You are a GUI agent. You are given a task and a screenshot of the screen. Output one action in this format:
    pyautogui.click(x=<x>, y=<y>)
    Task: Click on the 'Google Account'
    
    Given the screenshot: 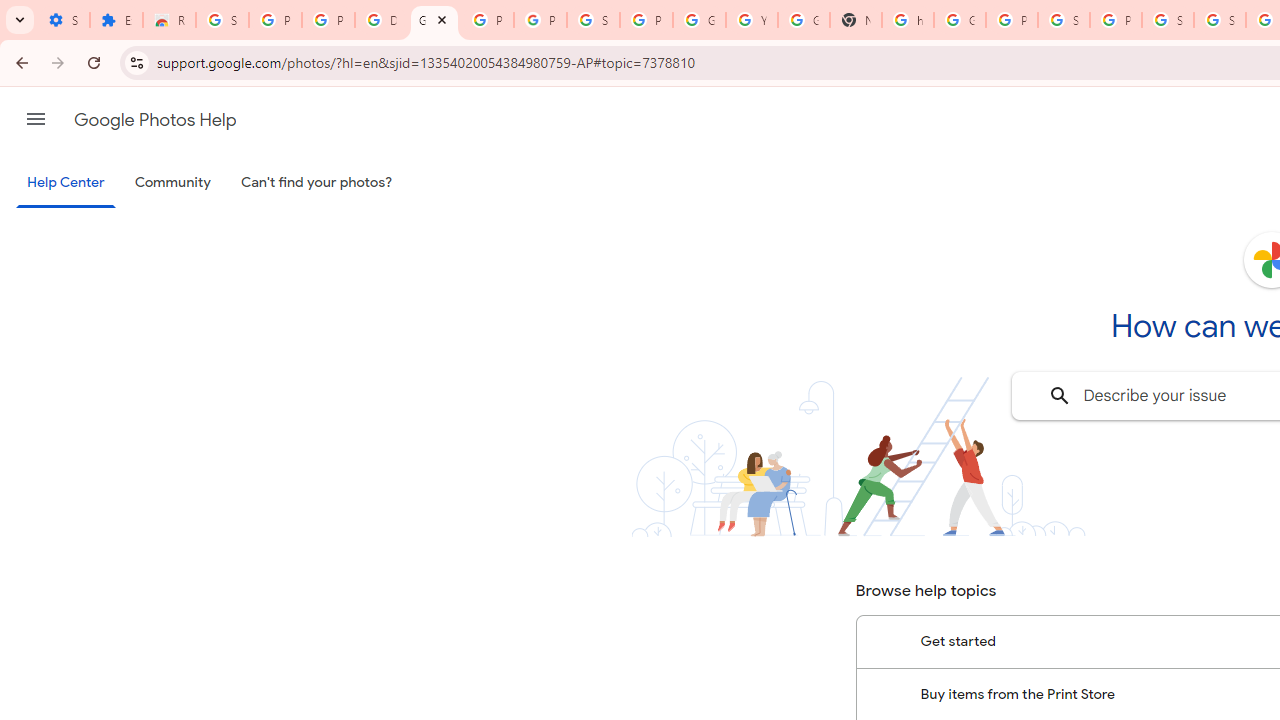 What is the action you would take?
    pyautogui.click(x=699, y=20)
    